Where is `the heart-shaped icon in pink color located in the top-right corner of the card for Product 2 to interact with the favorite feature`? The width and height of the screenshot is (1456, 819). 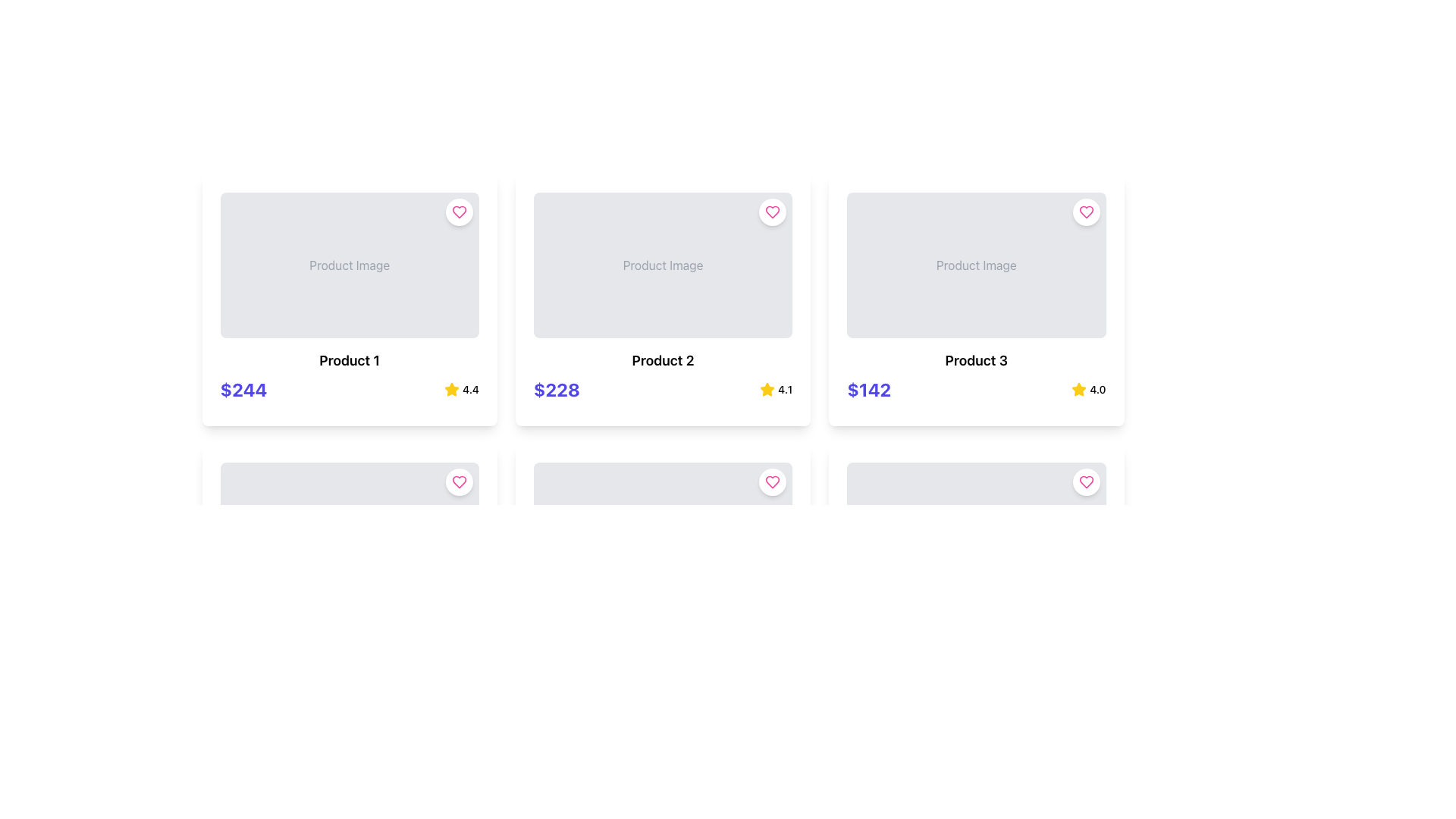
the heart-shaped icon in pink color located in the top-right corner of the card for Product 2 to interact with the favorite feature is located at coordinates (773, 212).